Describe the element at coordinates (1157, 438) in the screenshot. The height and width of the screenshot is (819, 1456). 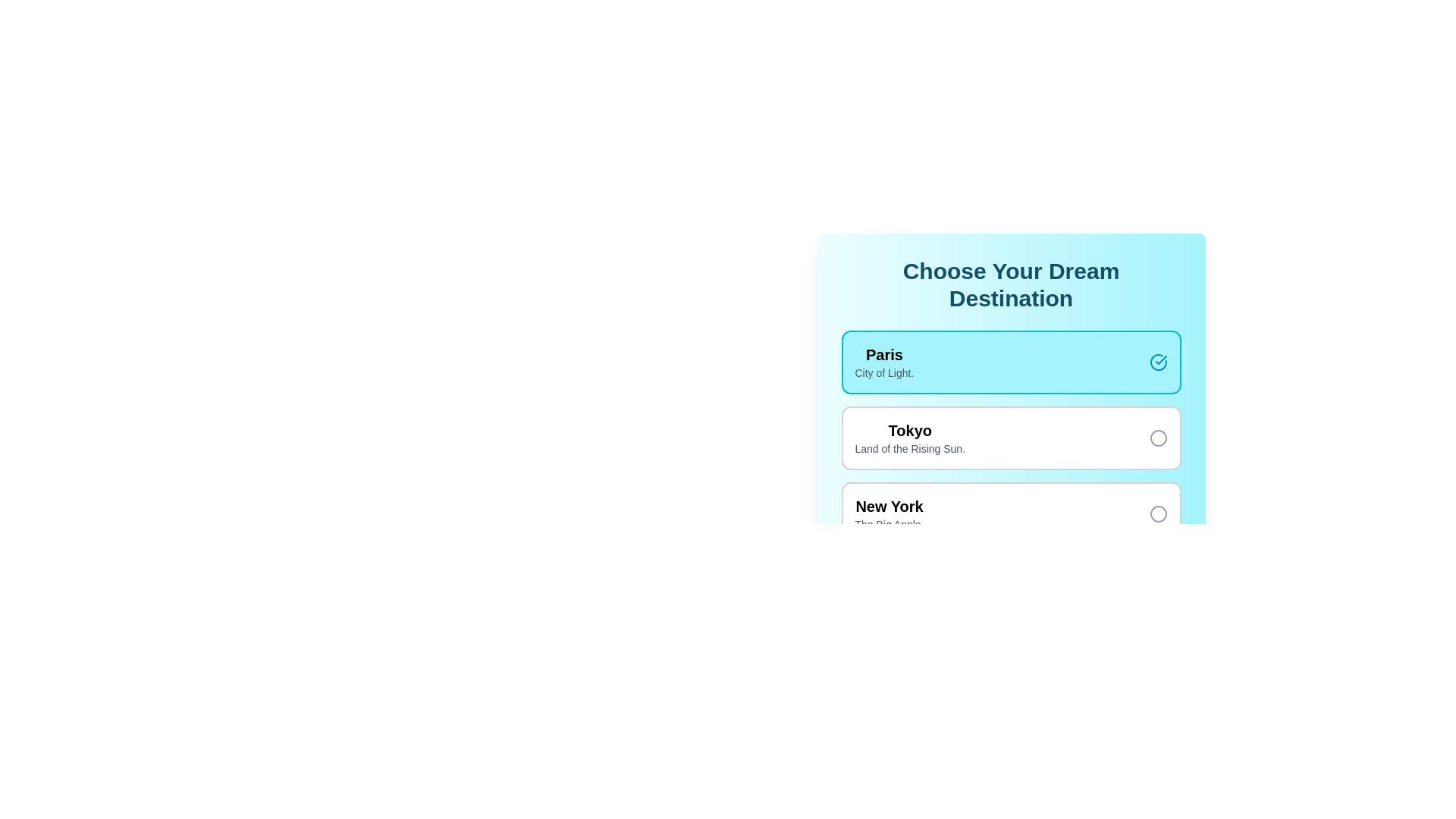
I see `the selectable radio button located to the far right of the 'Tokyo' section` at that location.